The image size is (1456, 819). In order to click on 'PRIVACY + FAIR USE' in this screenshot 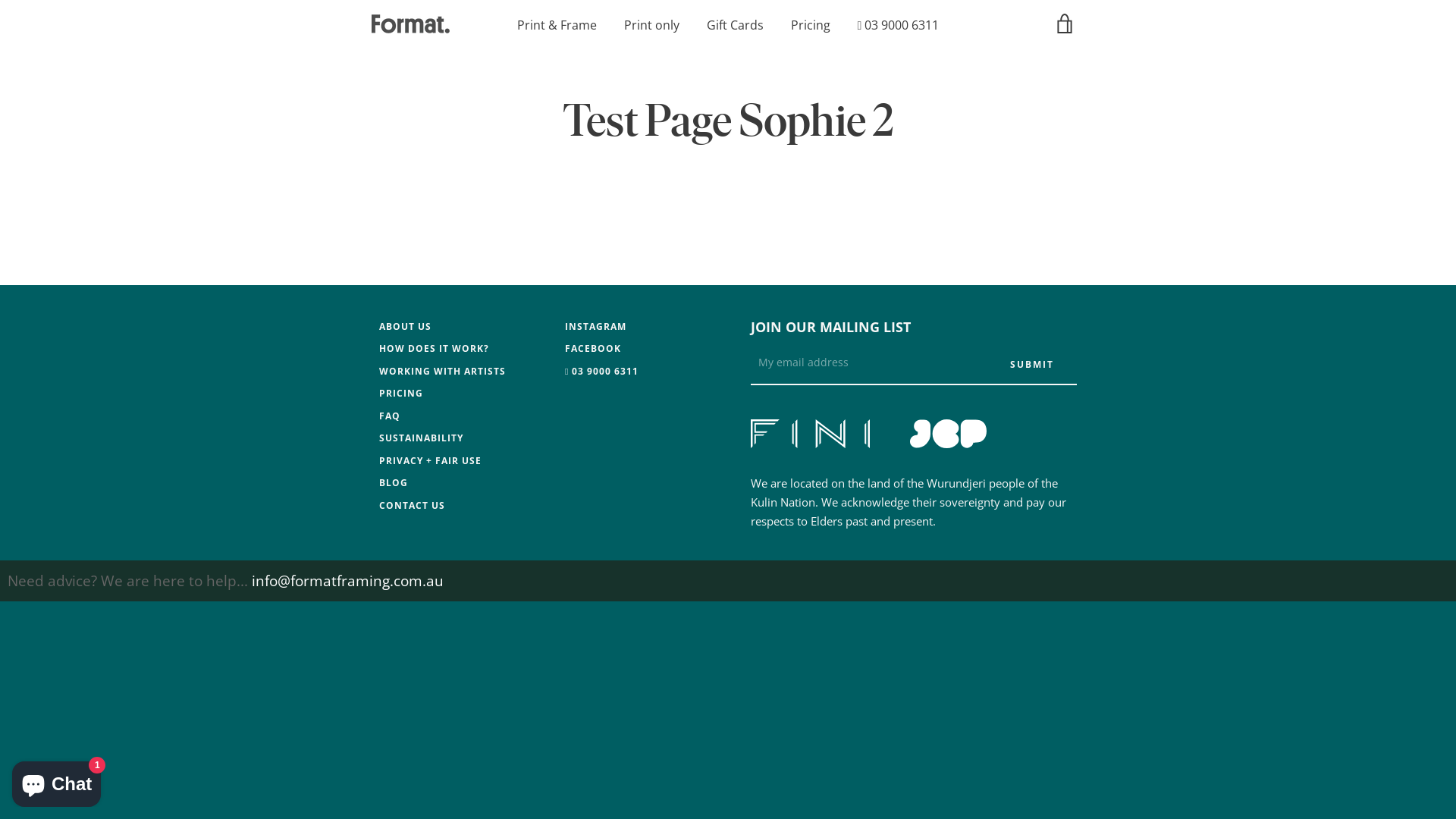, I will do `click(429, 459)`.